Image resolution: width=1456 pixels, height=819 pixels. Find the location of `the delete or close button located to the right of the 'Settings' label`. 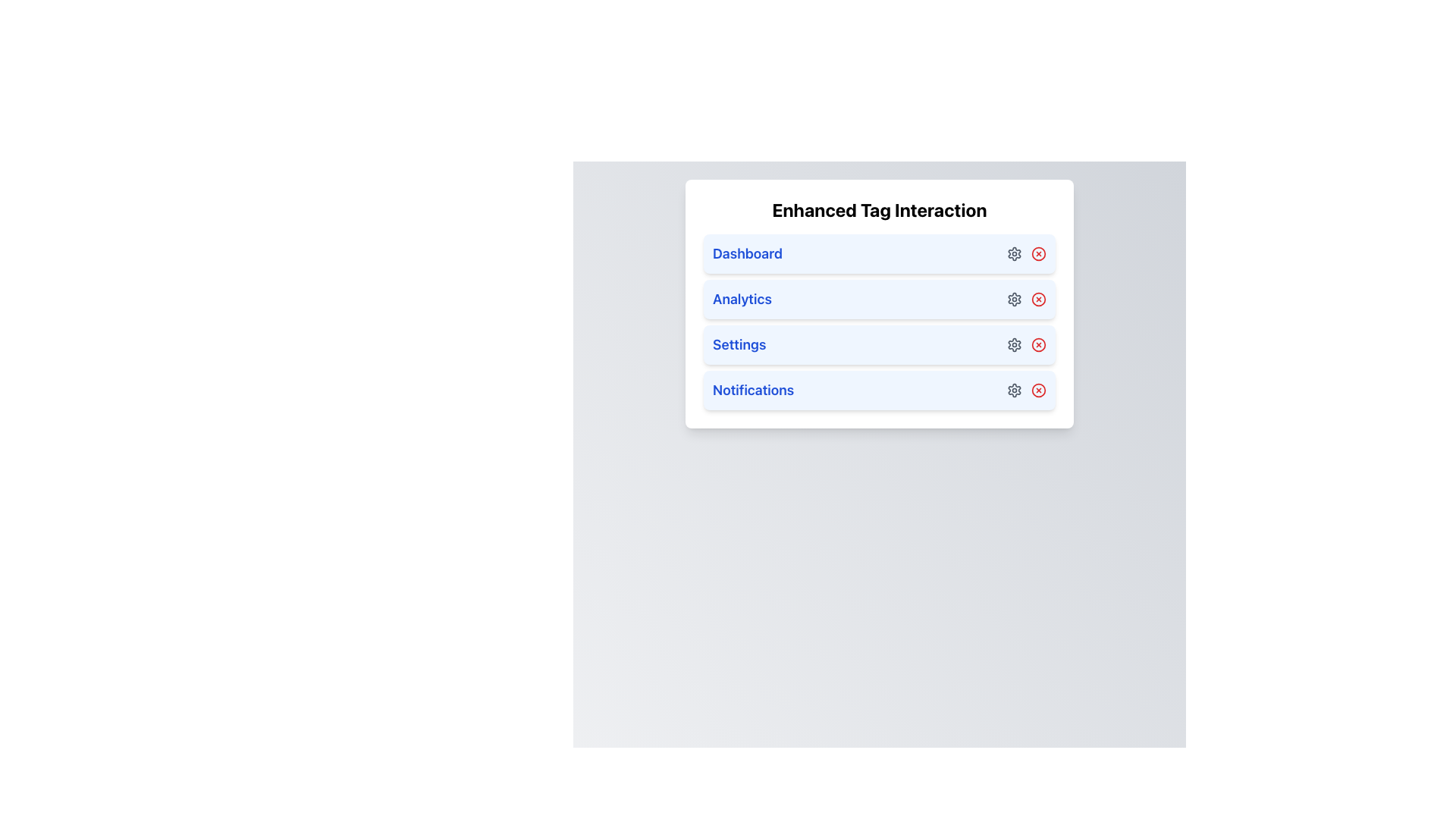

the delete or close button located to the right of the 'Settings' label is located at coordinates (1037, 345).